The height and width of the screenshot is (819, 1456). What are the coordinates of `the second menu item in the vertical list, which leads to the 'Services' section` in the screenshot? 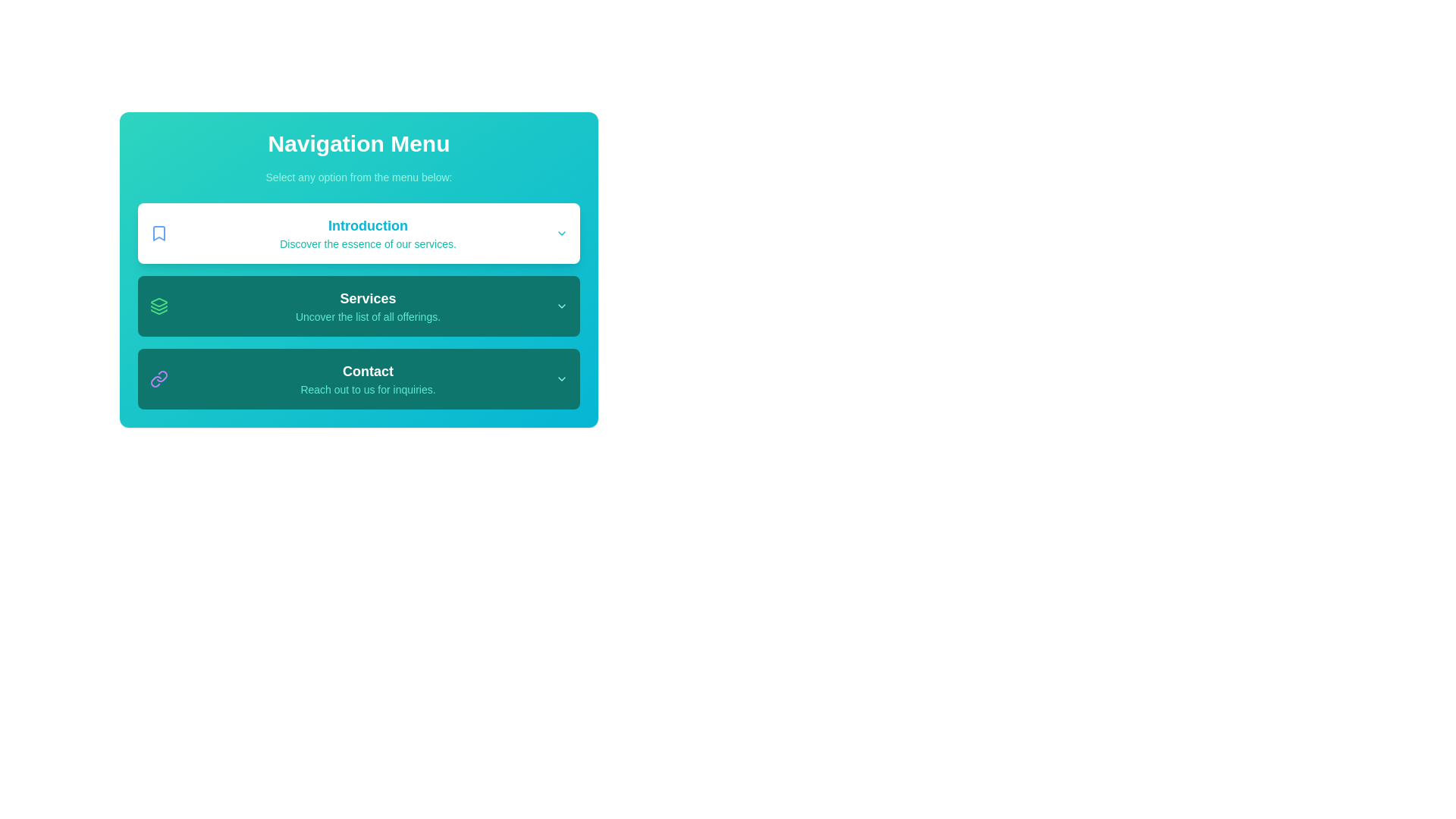 It's located at (358, 306).